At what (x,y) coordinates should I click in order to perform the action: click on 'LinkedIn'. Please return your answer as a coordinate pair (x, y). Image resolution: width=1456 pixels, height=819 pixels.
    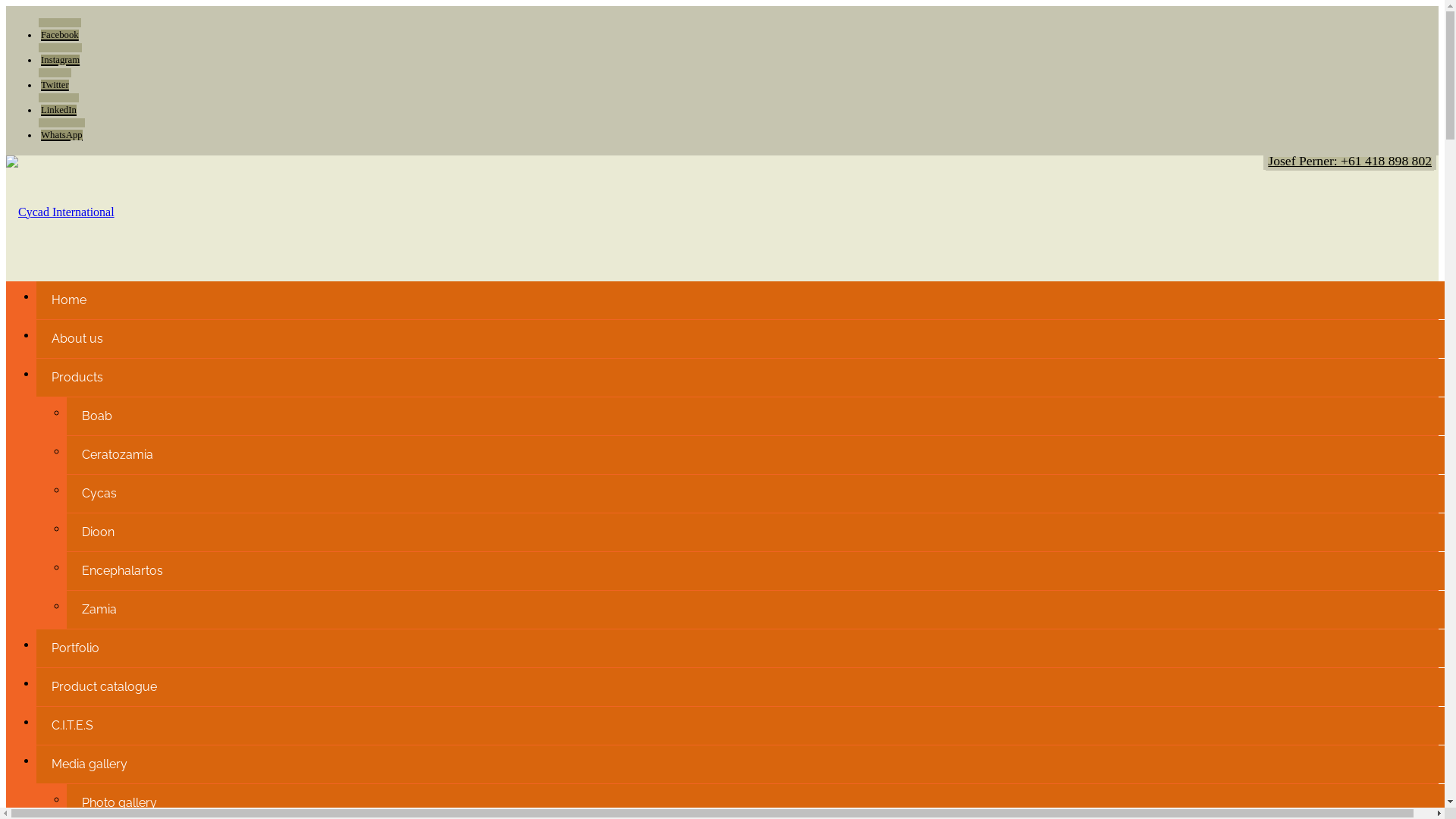
    Looking at the image, I should click on (58, 104).